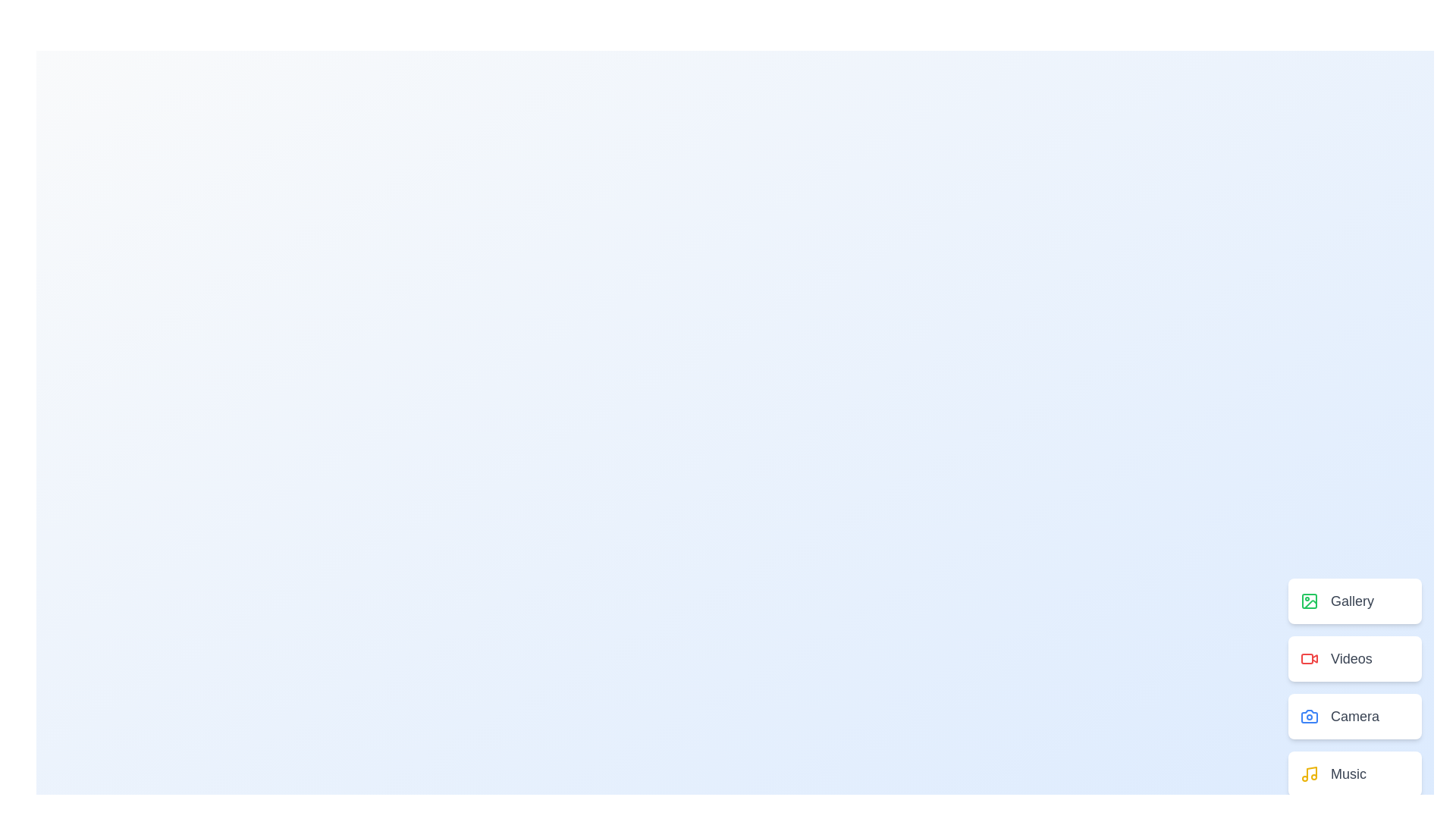 This screenshot has height=819, width=1456. Describe the element at coordinates (1354, 601) in the screenshot. I see `the menu item labeled Gallery` at that location.